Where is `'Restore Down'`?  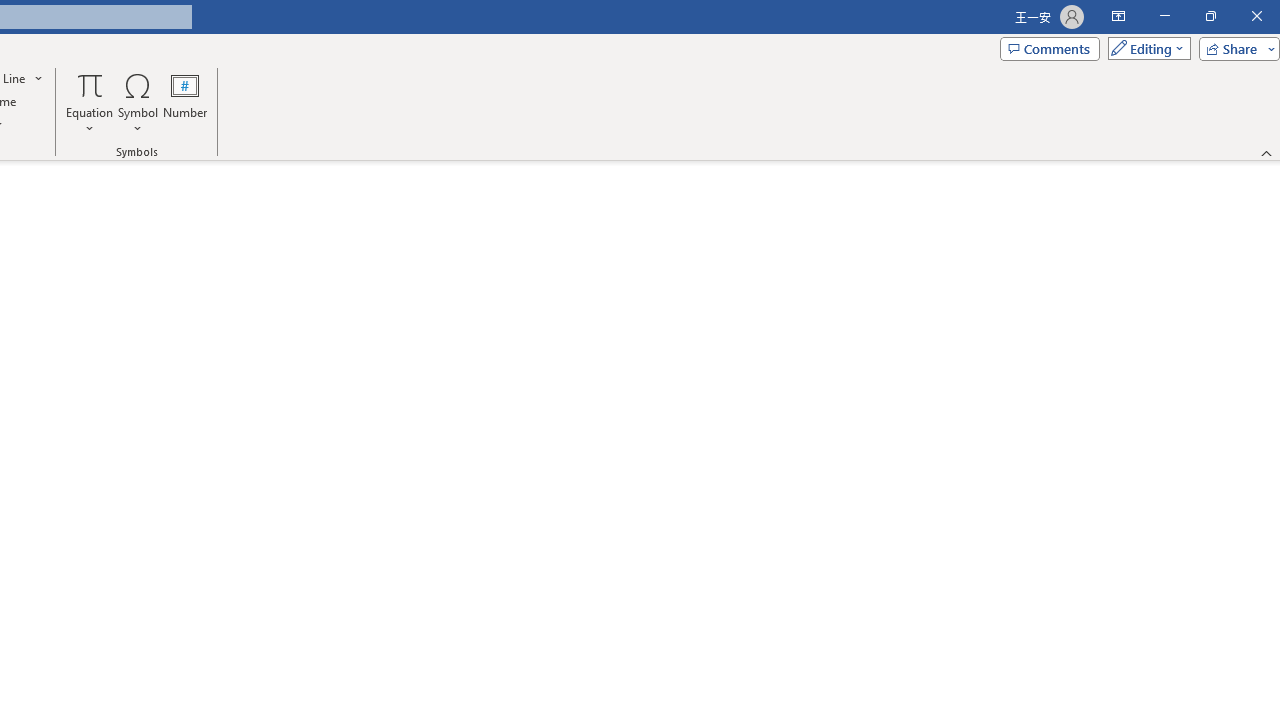 'Restore Down' is located at coordinates (1209, 16).